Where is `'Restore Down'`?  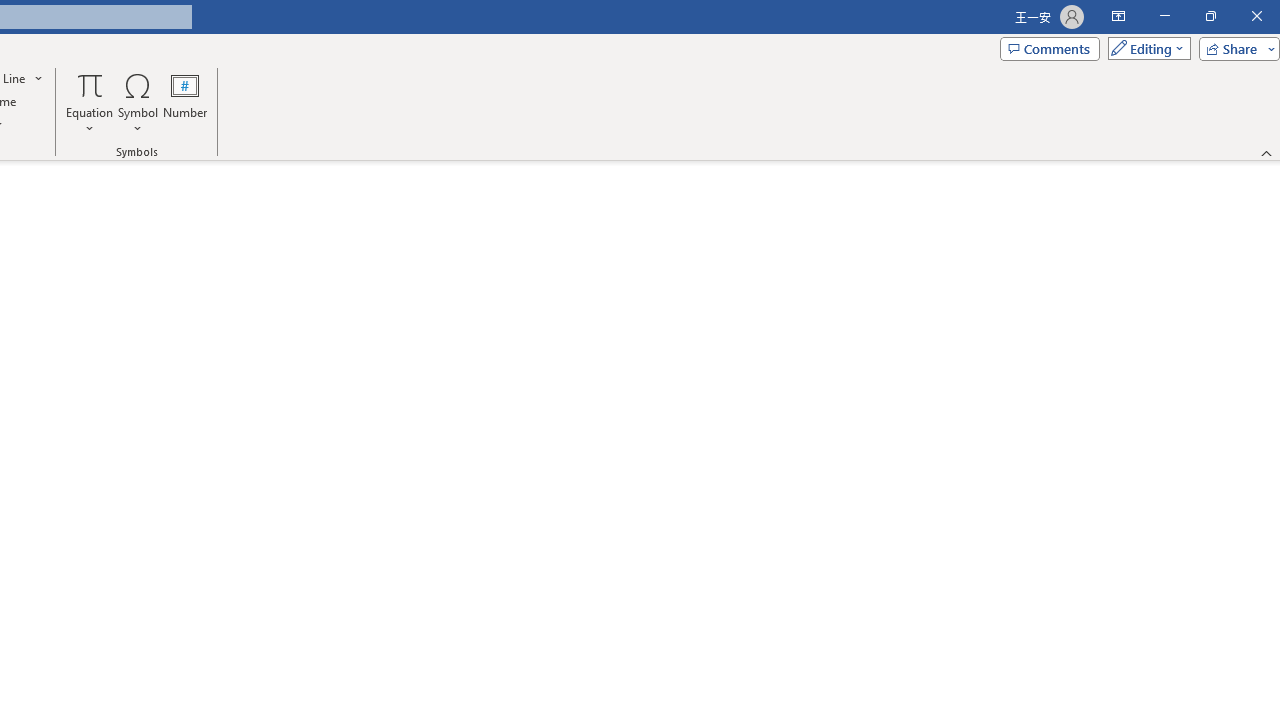 'Restore Down' is located at coordinates (1209, 16).